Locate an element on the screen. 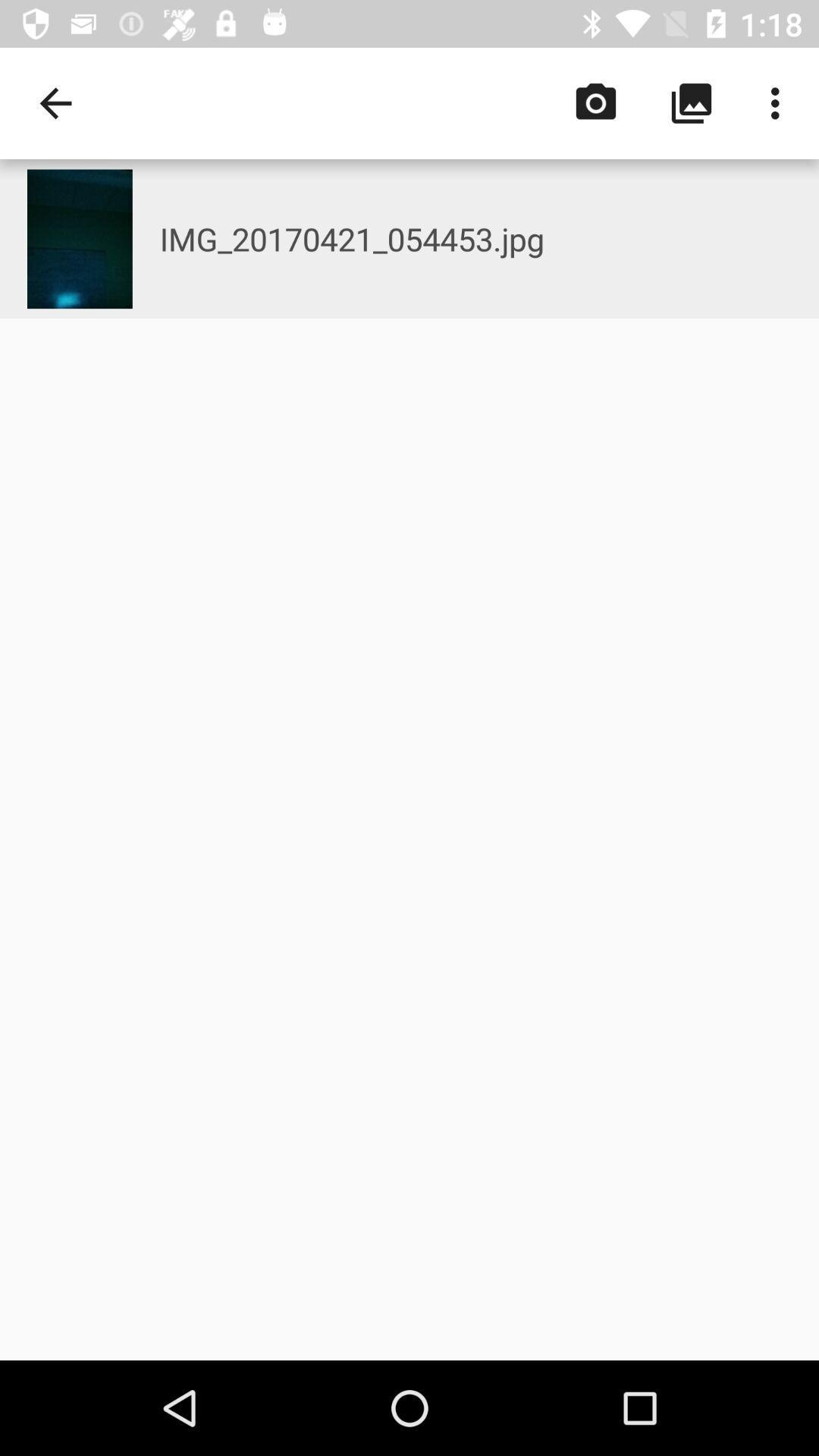  img_20170421_054453.jpg icon is located at coordinates (489, 238).